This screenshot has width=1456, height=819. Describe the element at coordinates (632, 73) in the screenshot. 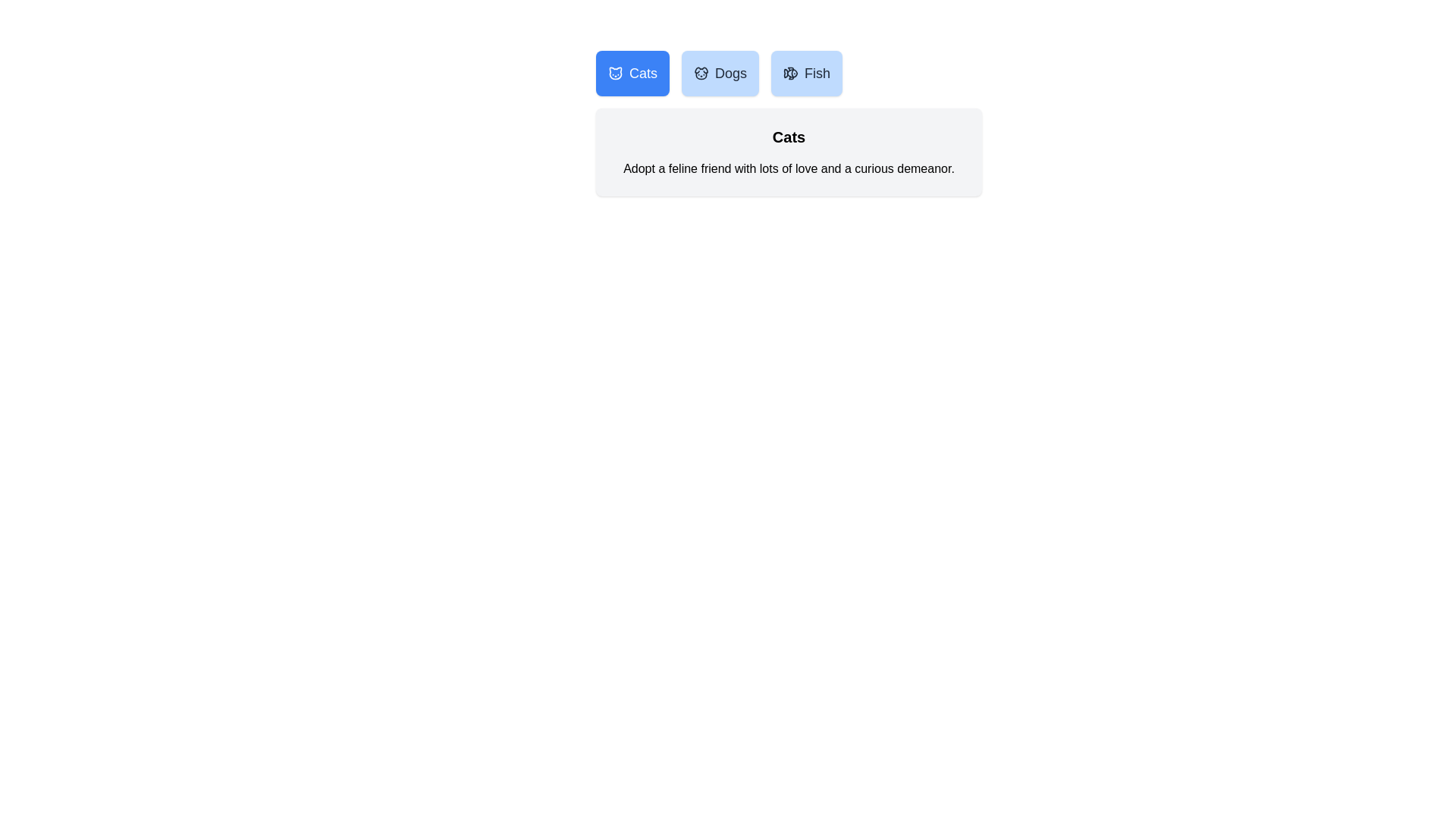

I see `the Cats tab by clicking on it` at that location.